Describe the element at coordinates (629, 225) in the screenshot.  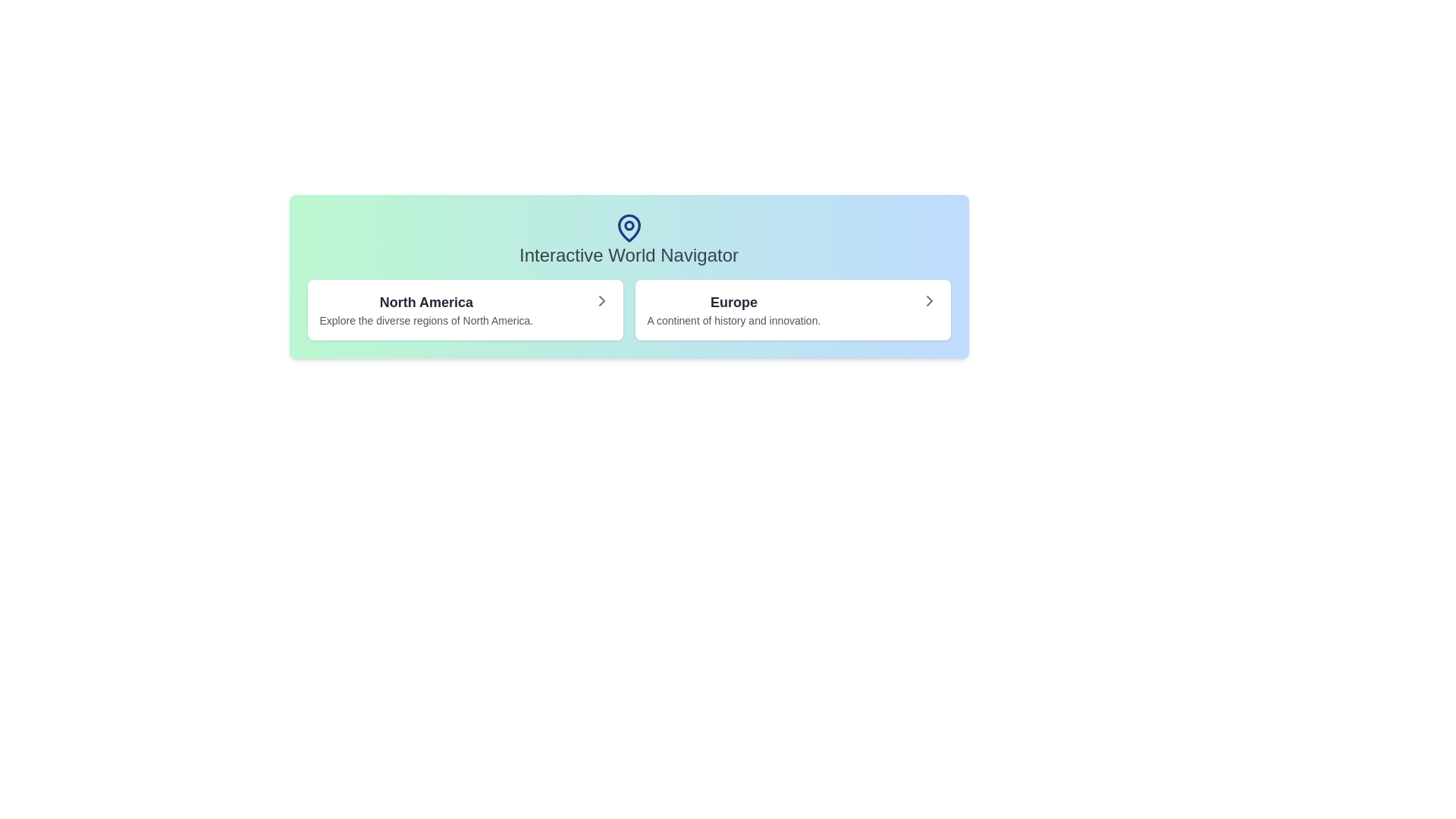
I see `the circular decorative component that serves as the focal point within the map pin icon, positioned at the center of the pin above the sections labeled 'North America' and 'Europe'` at that location.